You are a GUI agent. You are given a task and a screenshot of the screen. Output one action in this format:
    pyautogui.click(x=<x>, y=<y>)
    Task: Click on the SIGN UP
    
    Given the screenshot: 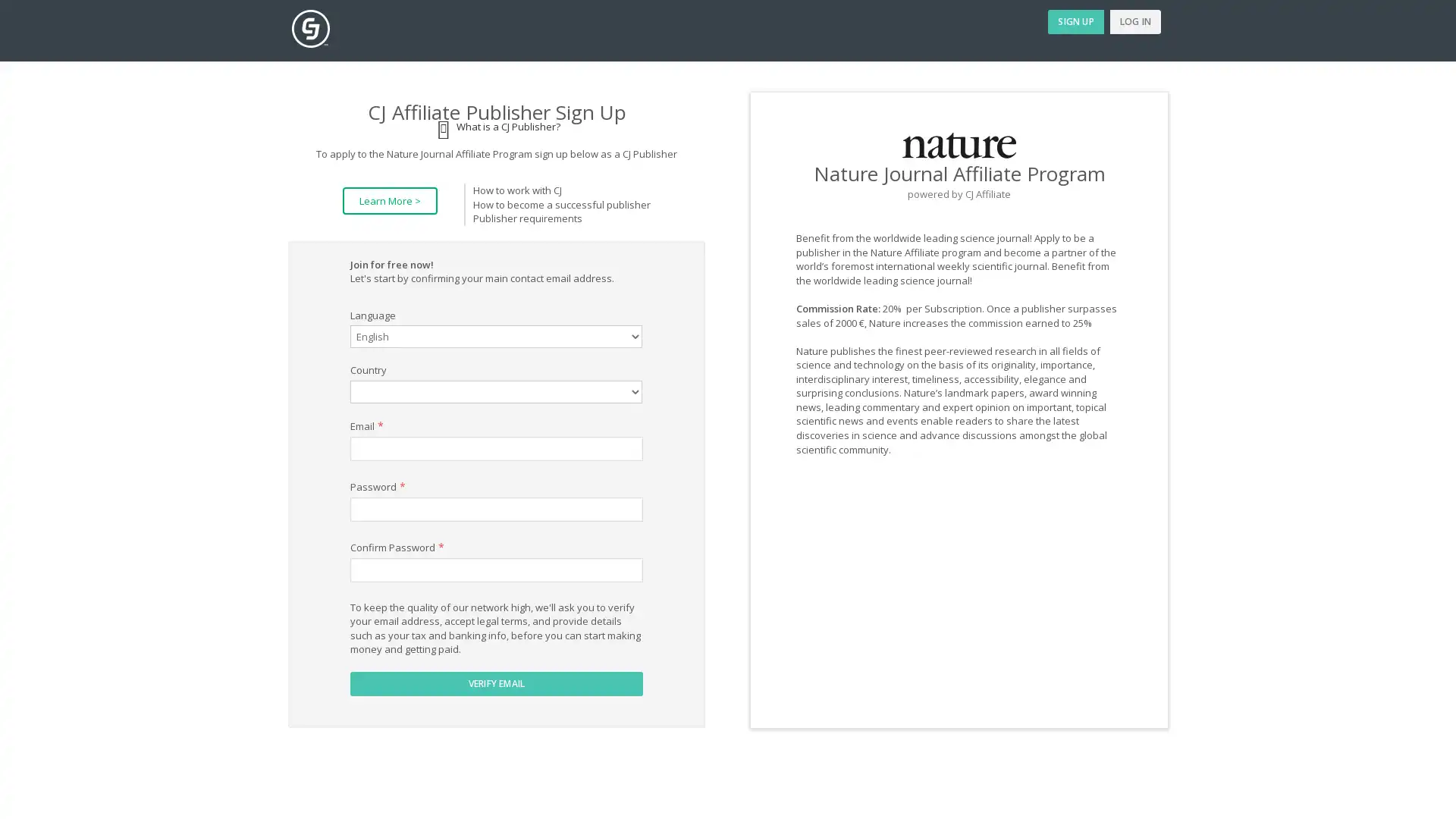 What is the action you would take?
    pyautogui.click(x=1075, y=22)
    